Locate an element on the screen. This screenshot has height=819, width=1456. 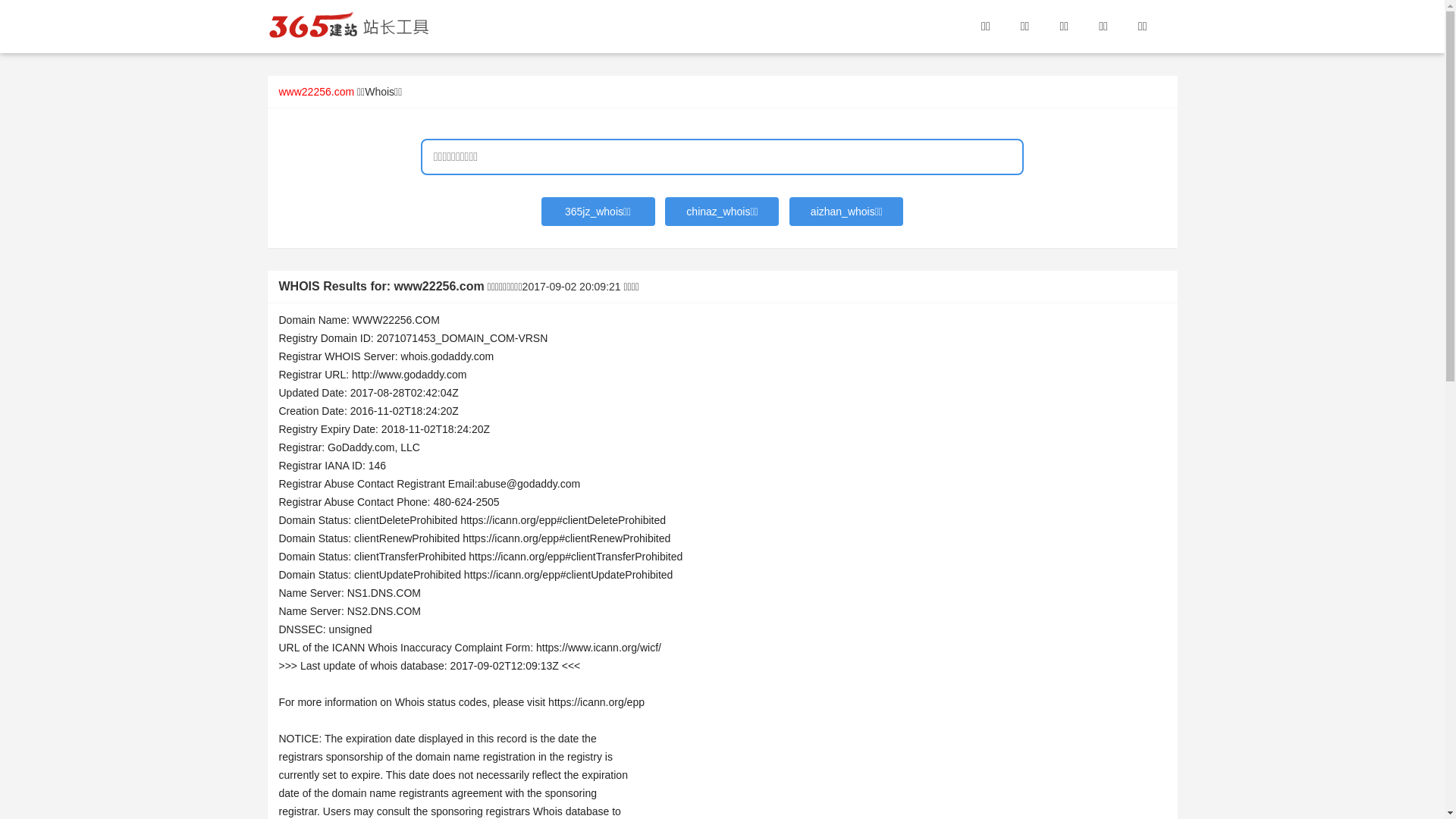
'www22256.com' is located at coordinates (315, 91).